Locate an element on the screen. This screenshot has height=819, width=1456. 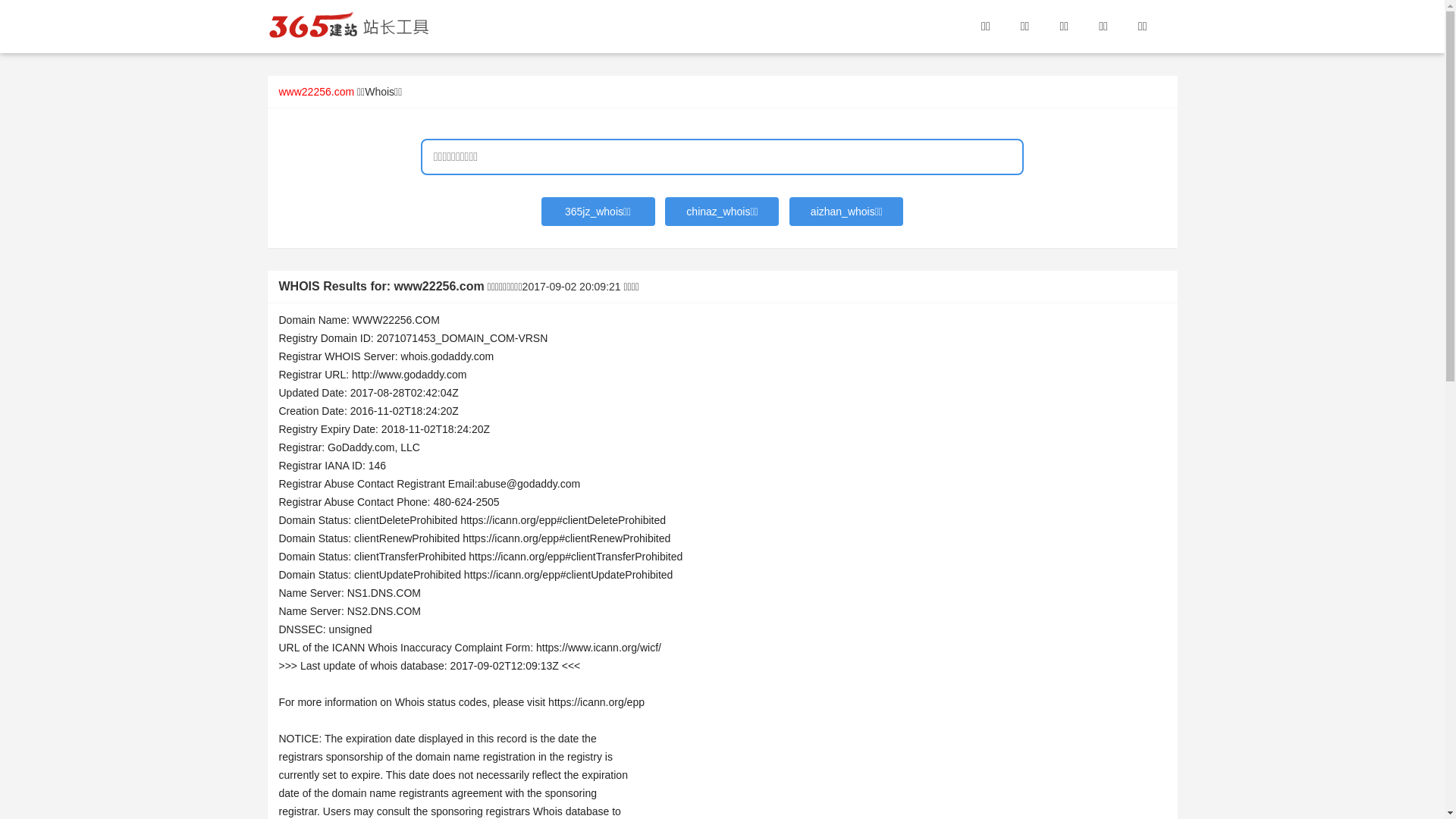
'www22256.com' is located at coordinates (315, 91).